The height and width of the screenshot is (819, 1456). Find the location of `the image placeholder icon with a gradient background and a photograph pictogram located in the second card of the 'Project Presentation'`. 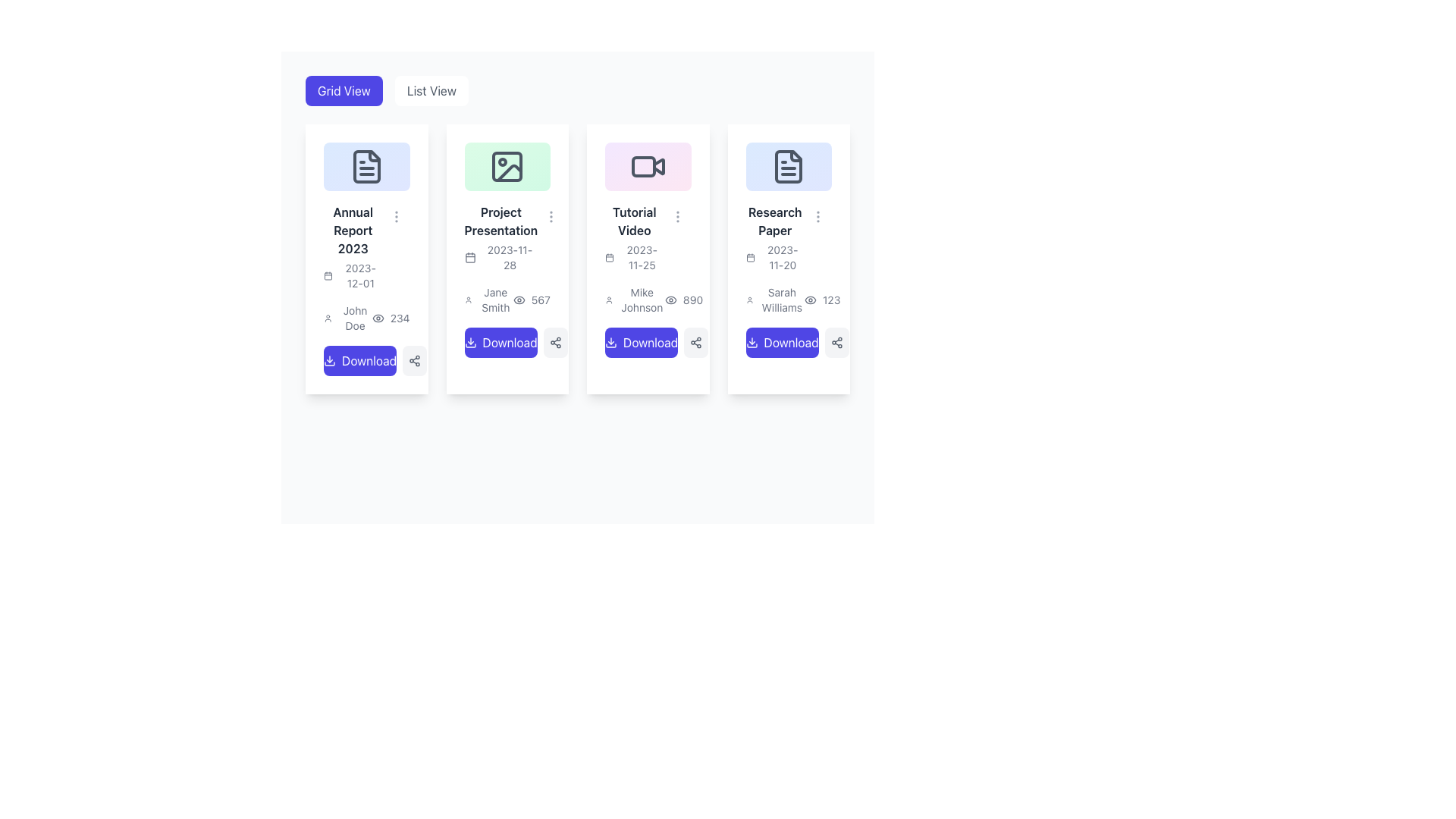

the image placeholder icon with a gradient background and a photograph pictogram located in the second card of the 'Project Presentation' is located at coordinates (507, 166).